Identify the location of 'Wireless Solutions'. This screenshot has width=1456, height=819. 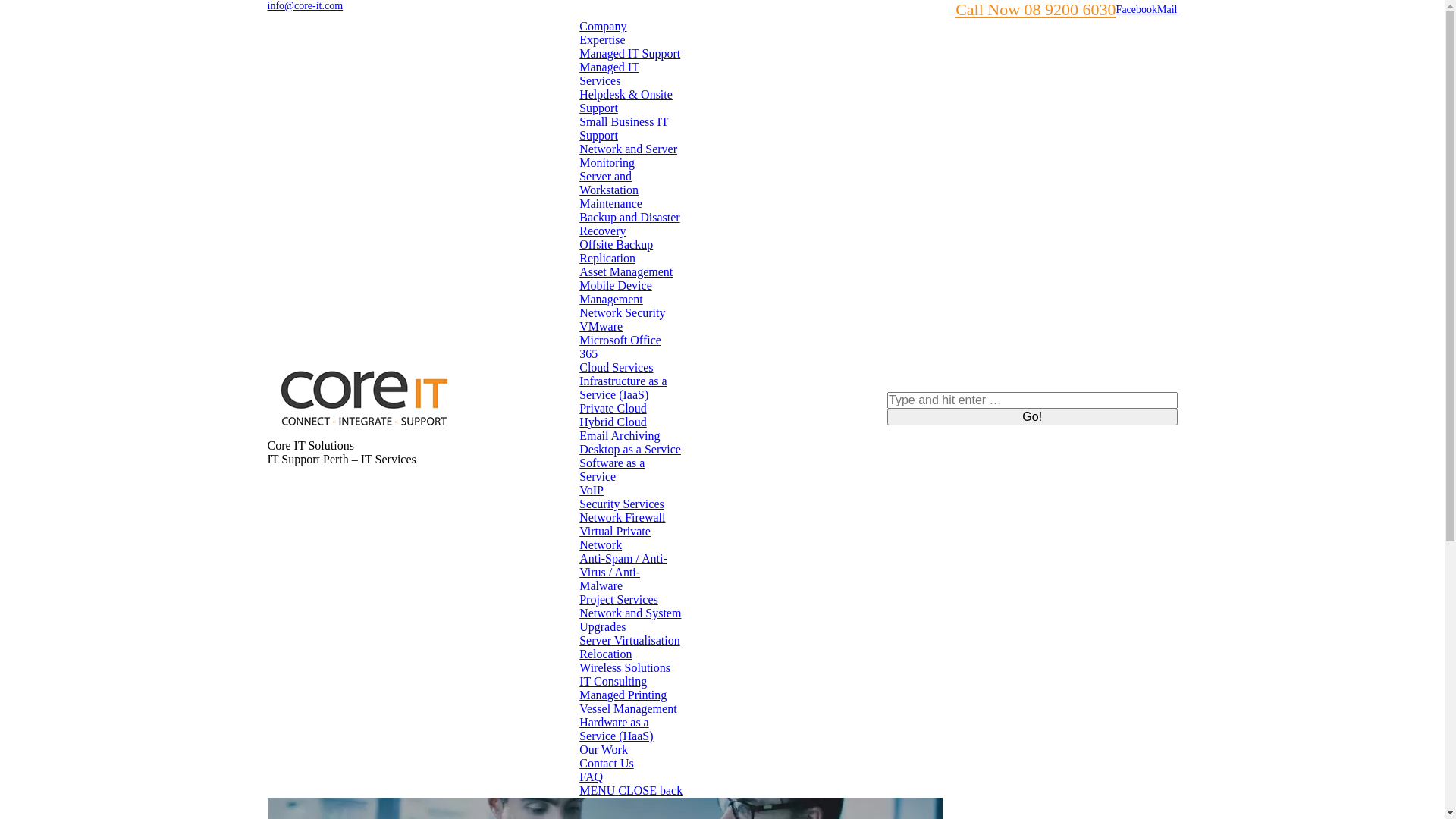
(578, 667).